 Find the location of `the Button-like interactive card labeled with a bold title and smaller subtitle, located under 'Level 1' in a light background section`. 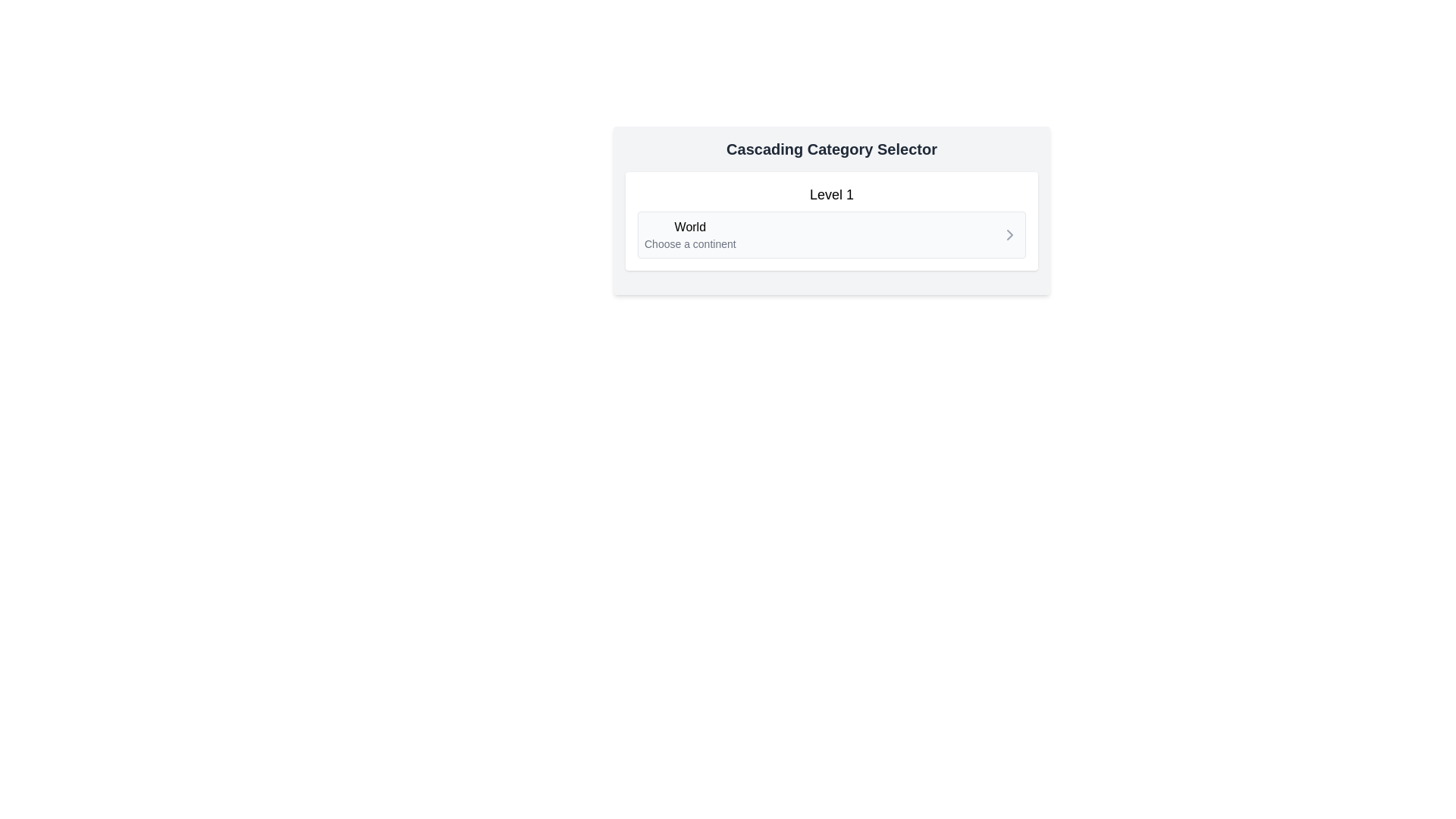

the Button-like interactive card labeled with a bold title and smaller subtitle, located under 'Level 1' in a light background section is located at coordinates (831, 234).